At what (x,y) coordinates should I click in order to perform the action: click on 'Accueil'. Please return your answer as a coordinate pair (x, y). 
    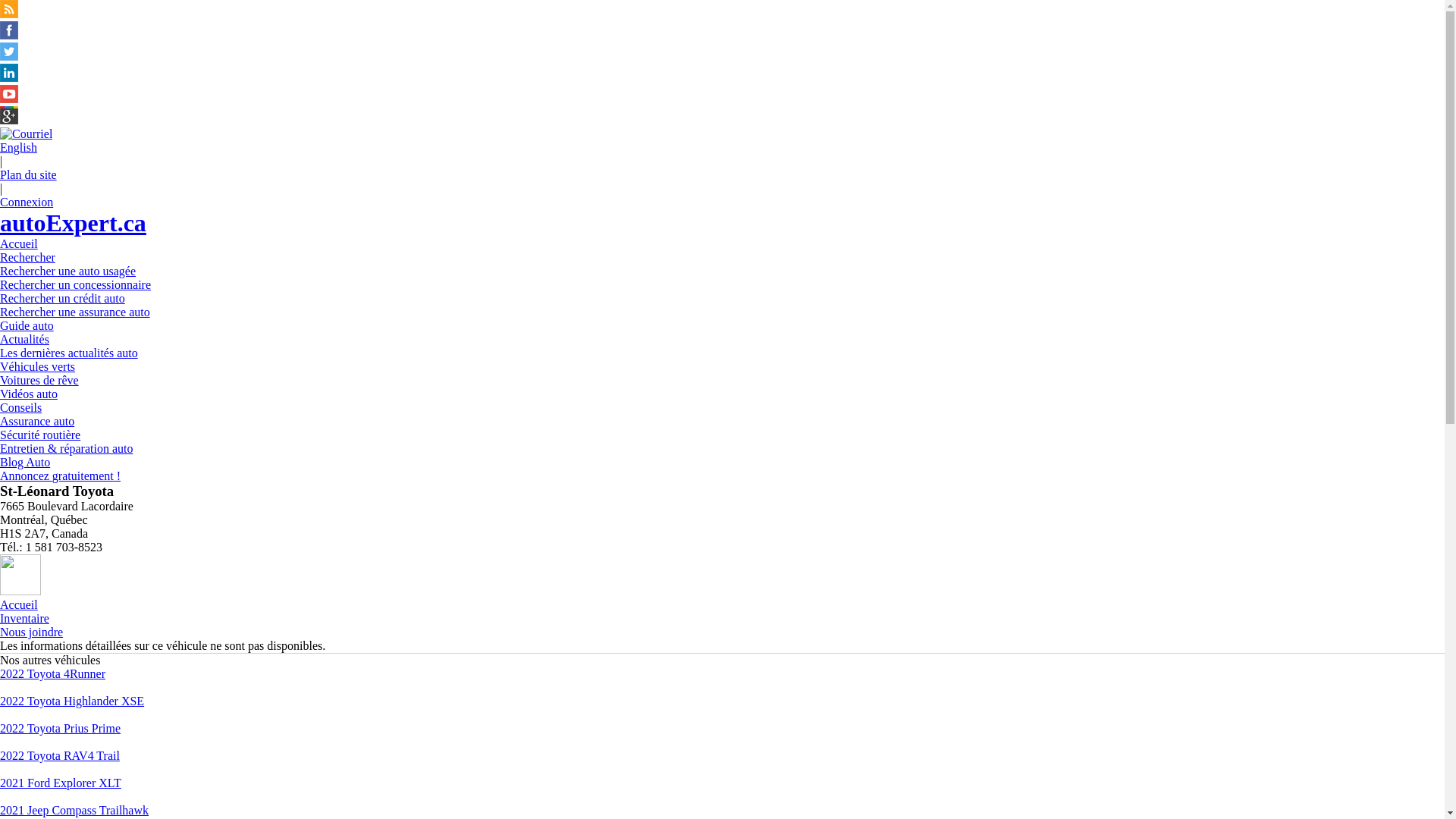
    Looking at the image, I should click on (18, 243).